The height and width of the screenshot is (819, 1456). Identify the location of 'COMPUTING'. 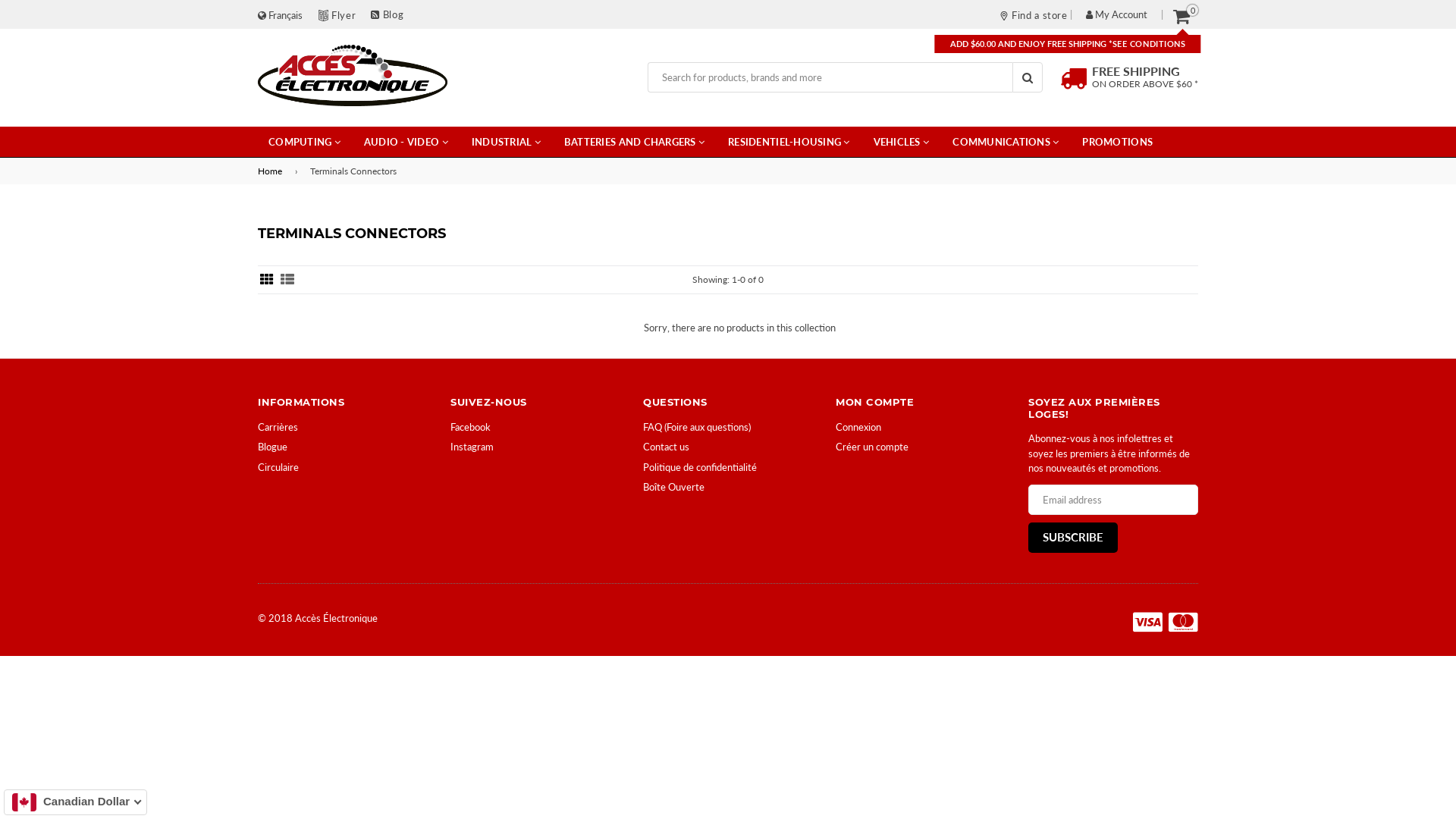
(258, 141).